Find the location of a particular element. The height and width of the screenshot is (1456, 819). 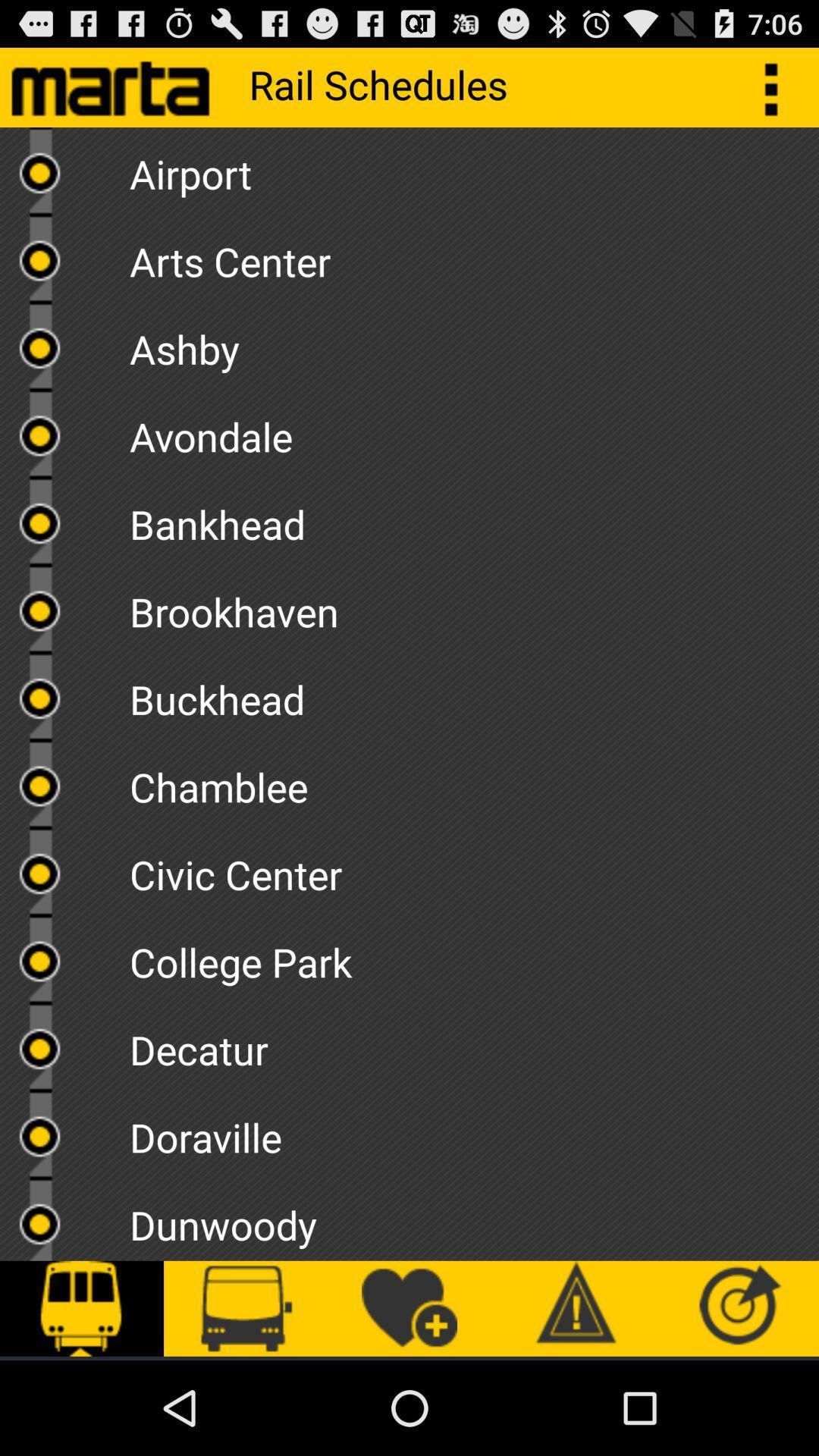

icon at the top right corner is located at coordinates (779, 86).